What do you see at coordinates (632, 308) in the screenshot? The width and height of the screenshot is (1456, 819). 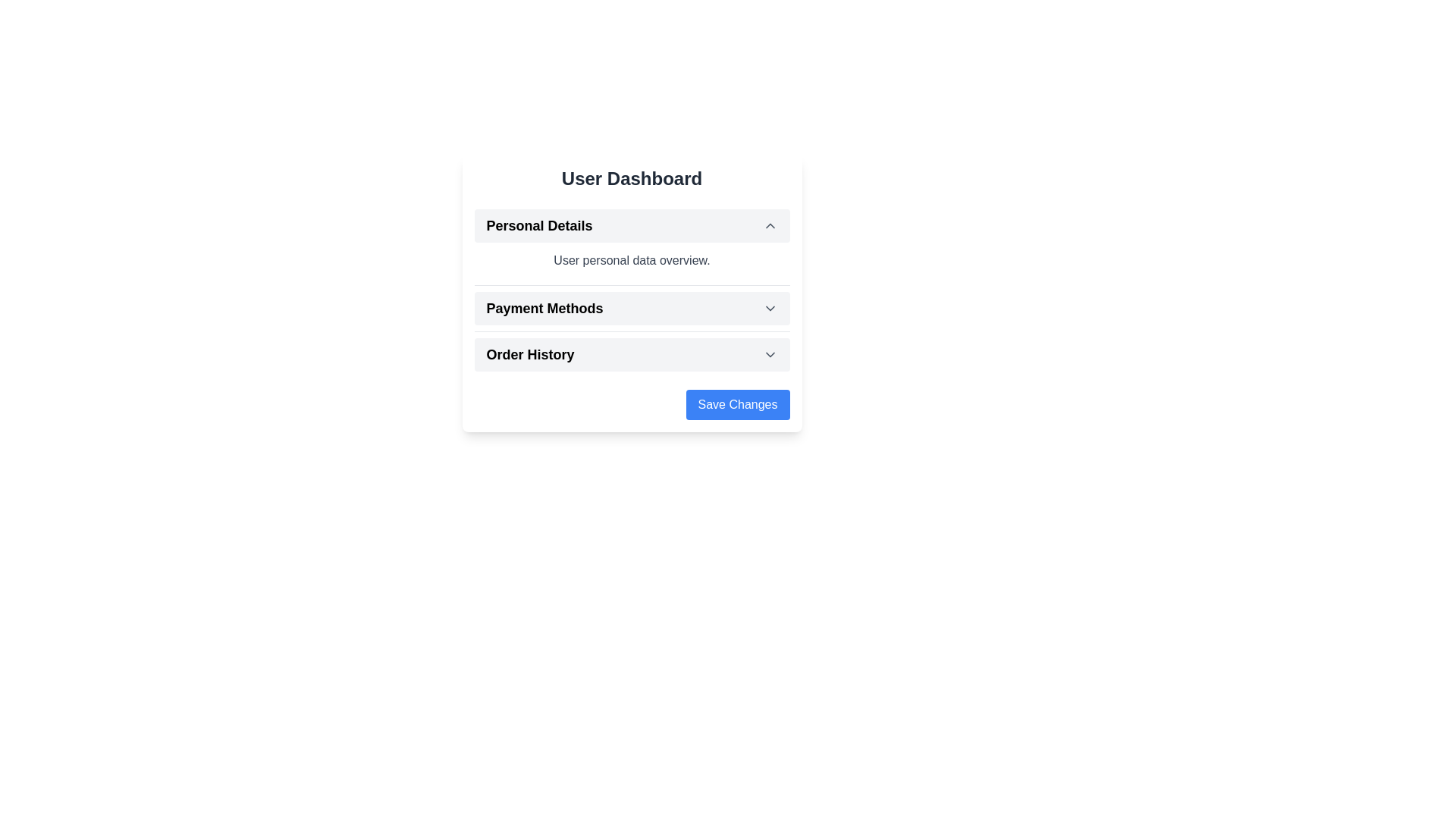 I see `the dropdown menu toggle located centrally between 'Personal Details' and 'Order History'` at bounding box center [632, 308].